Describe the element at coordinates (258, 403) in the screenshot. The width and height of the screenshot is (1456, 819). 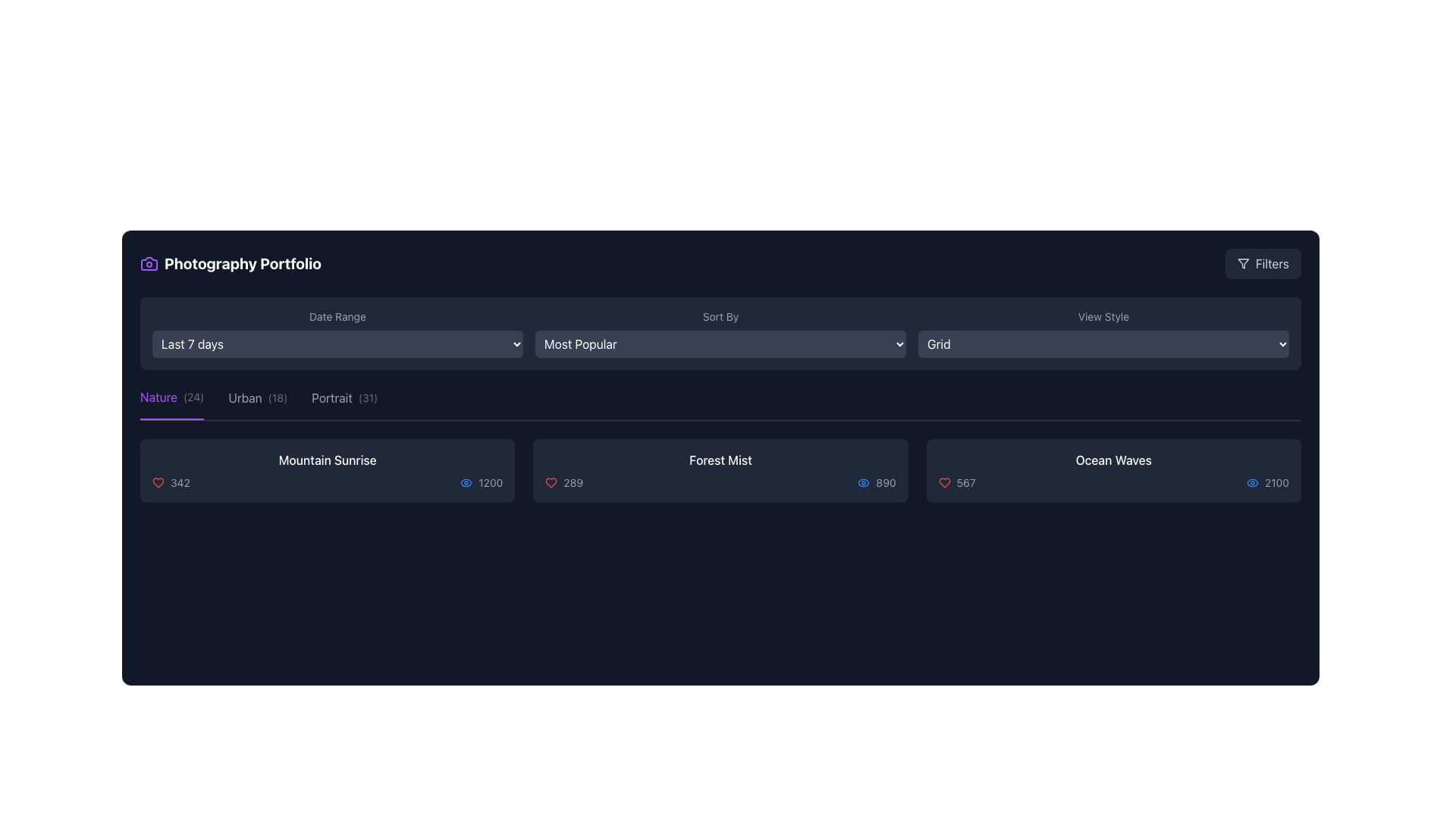
I see `the button labeled 'Urban(18)' to filter by the Urban category. This button is the second in a horizontal list of three tabs located below a dark blue navigation bar` at that location.